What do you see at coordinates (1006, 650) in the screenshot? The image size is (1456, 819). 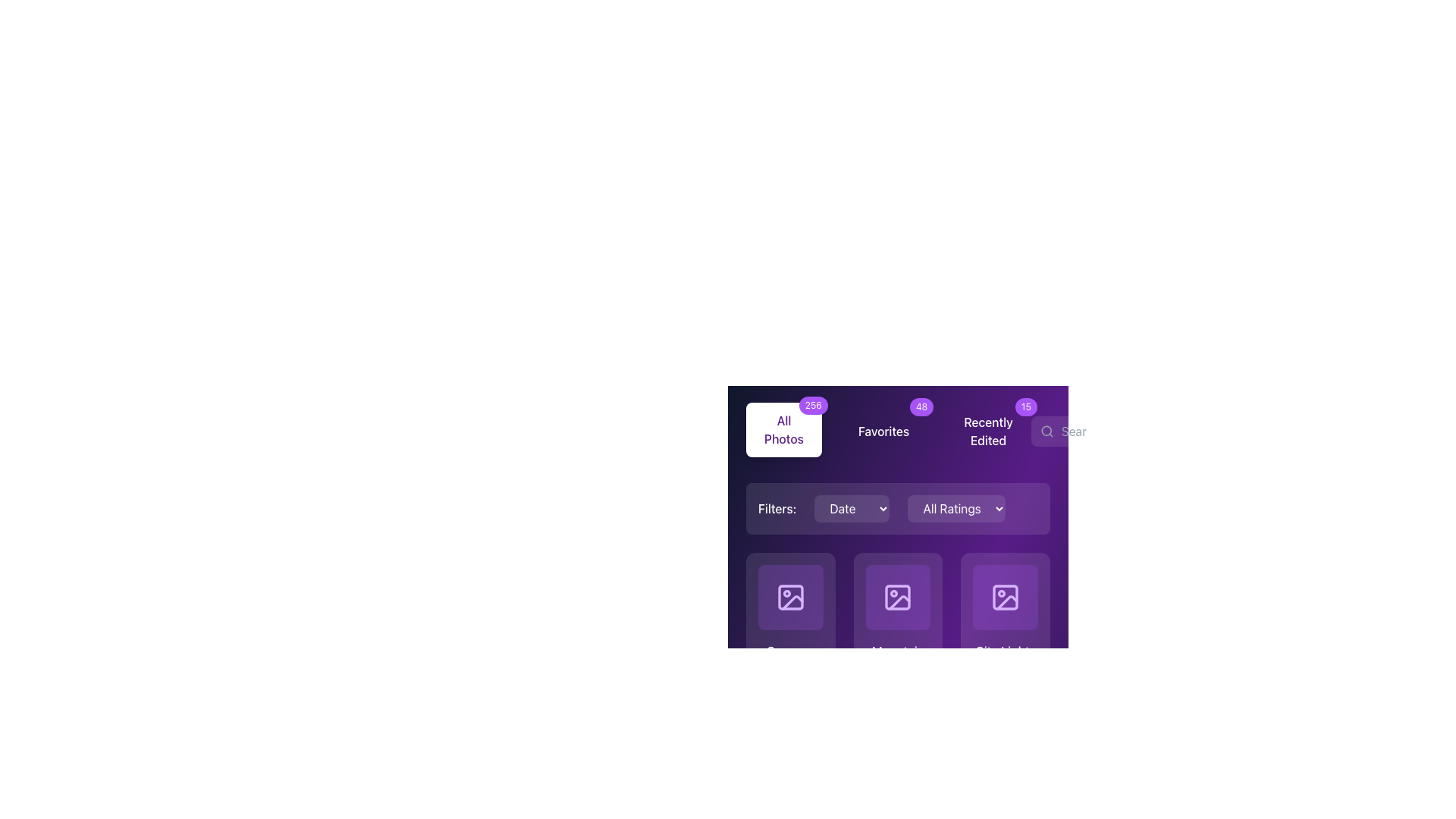 I see `the title text label for the item representing media content, which is located above the date '2023-09-15' and several star icons` at bounding box center [1006, 650].